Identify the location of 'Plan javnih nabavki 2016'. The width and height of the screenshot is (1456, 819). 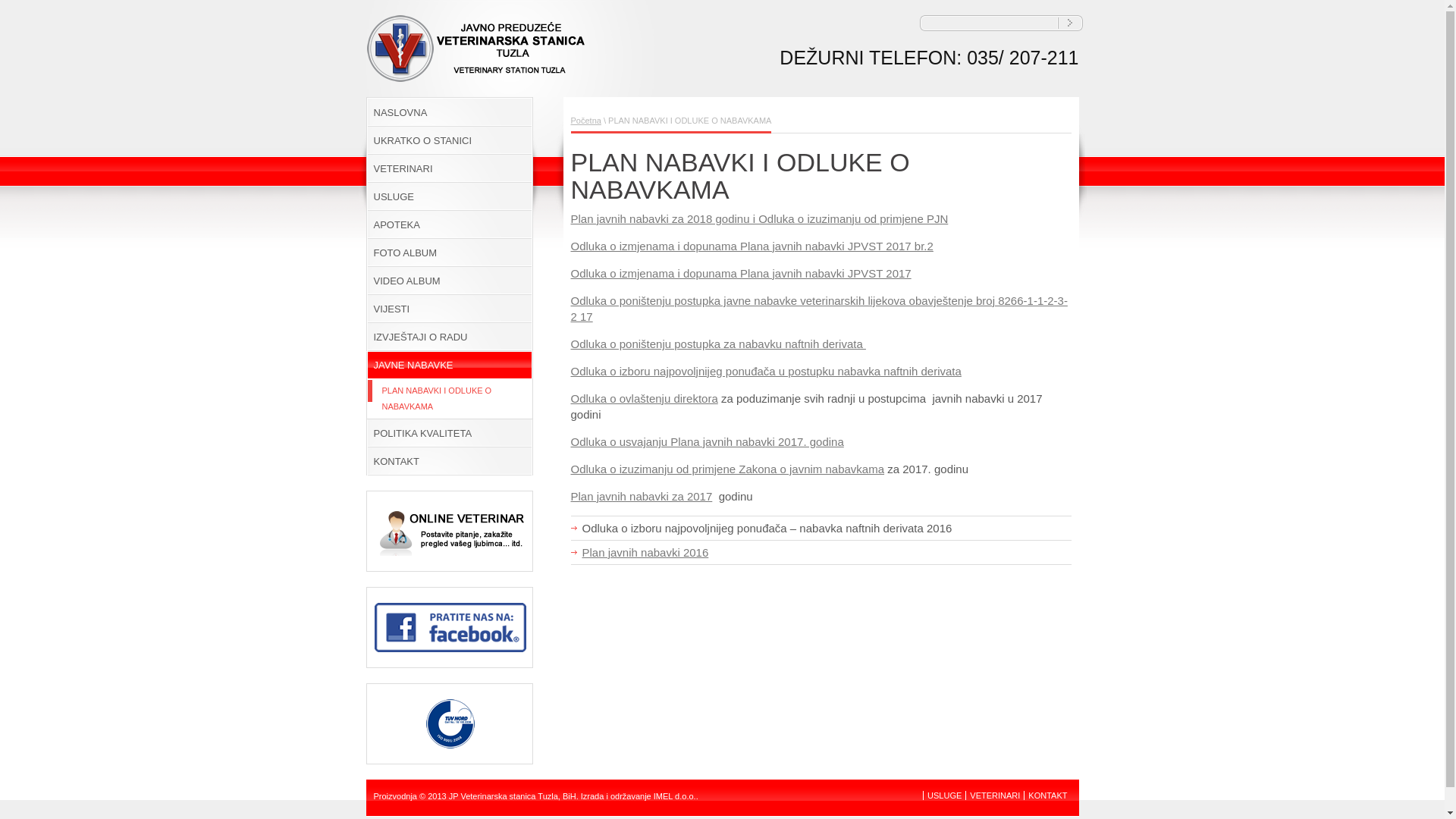
(645, 552).